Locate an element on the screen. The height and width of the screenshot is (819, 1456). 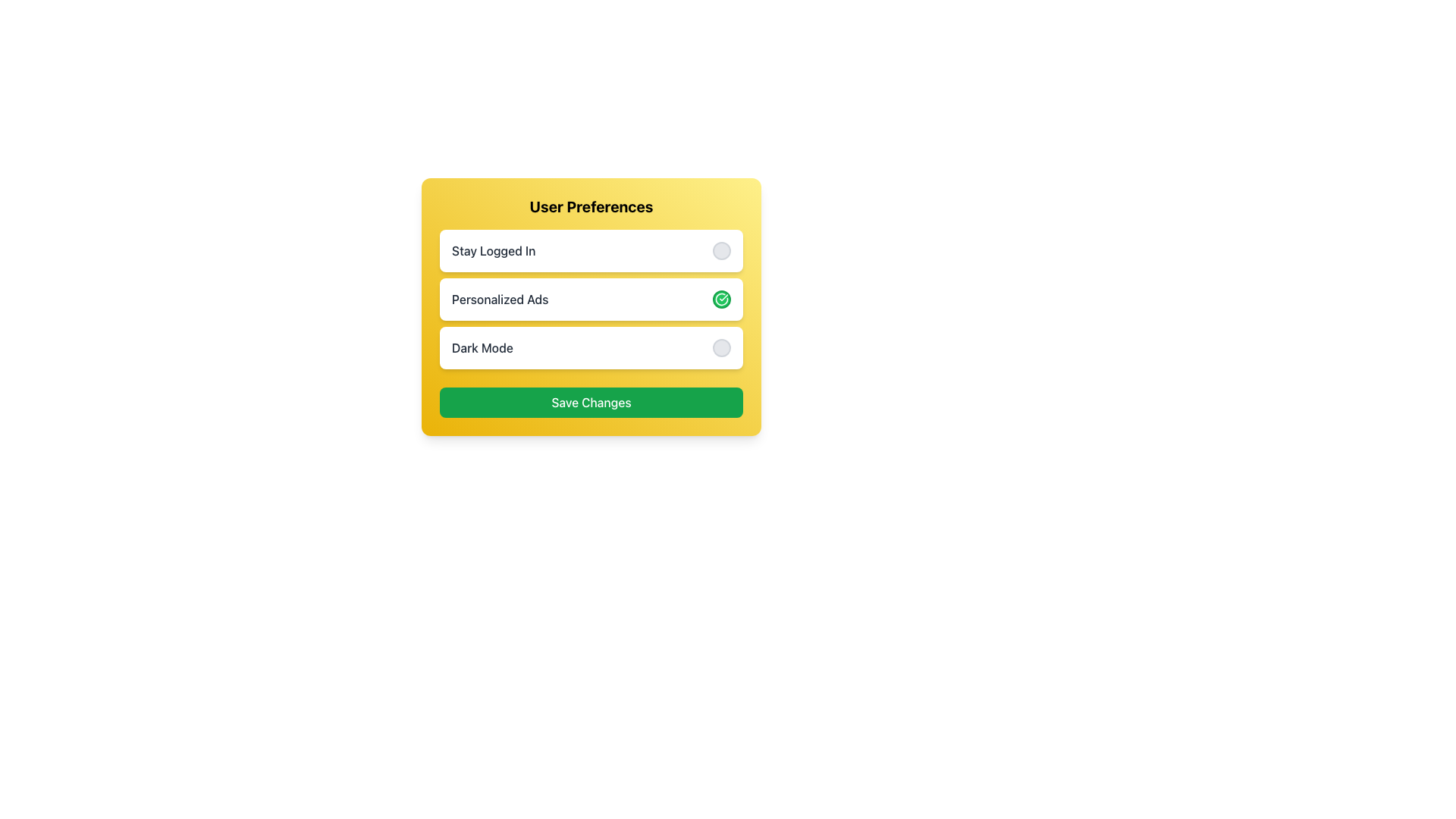
the 'Stay Logged In' option card with radio button is located at coordinates (590, 250).